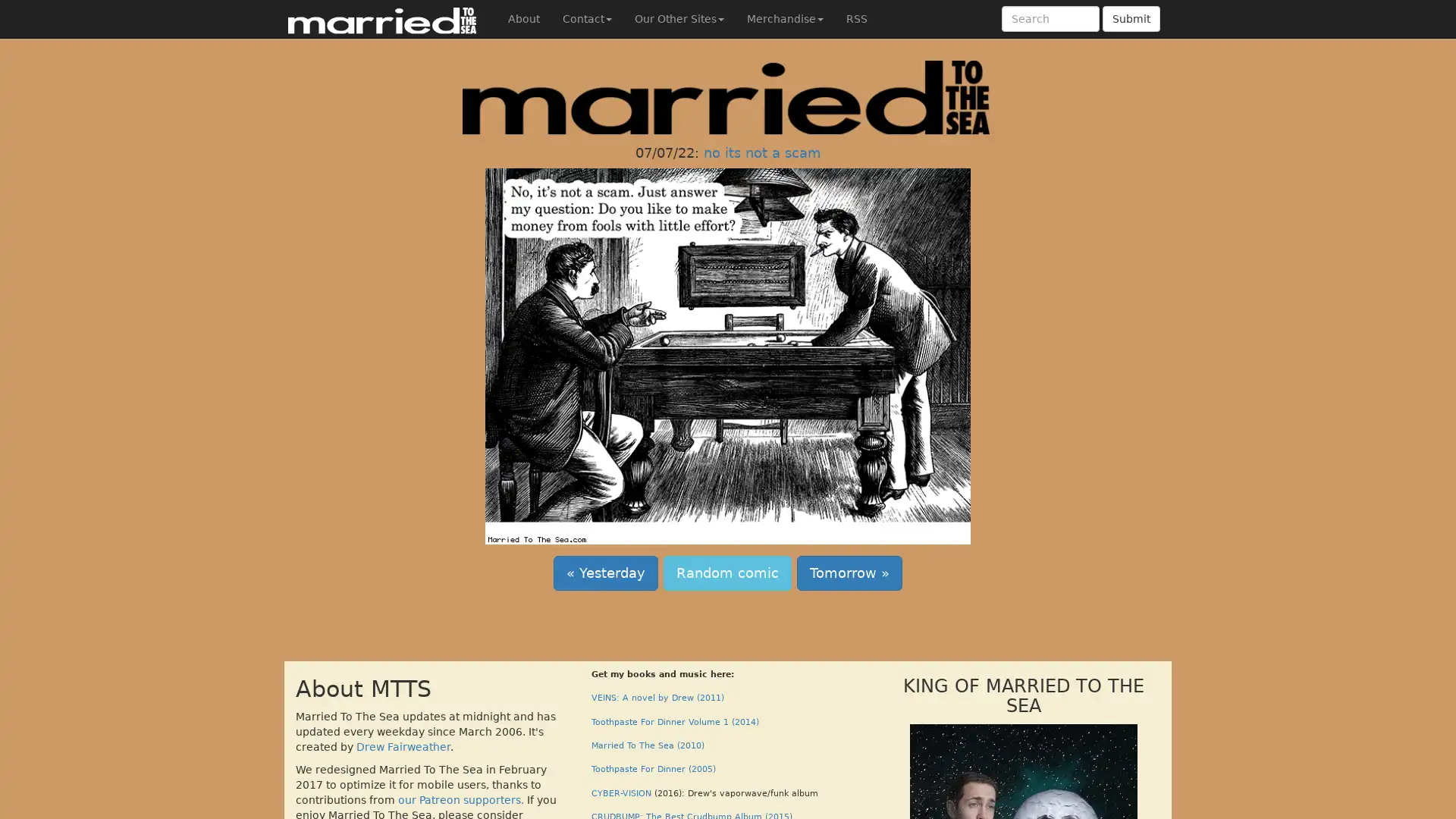 This screenshot has height=819, width=1456. I want to click on Submit, so click(1131, 18).